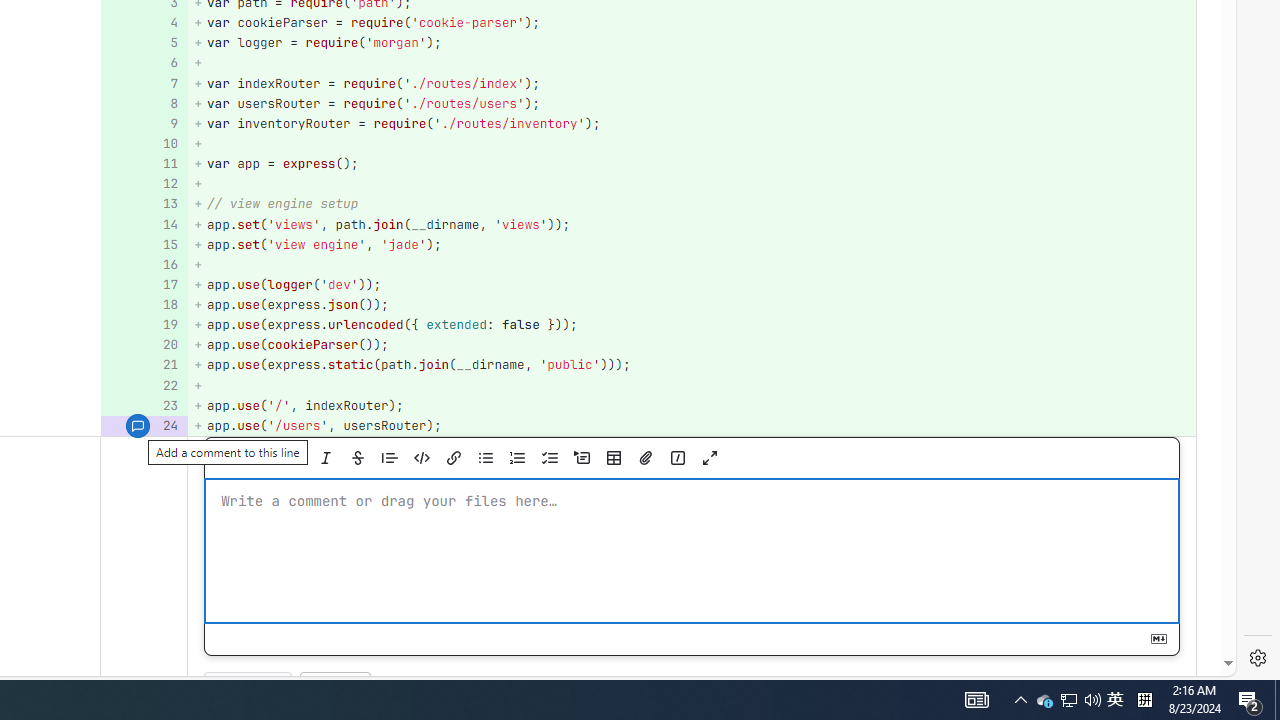 The image size is (1280, 720). I want to click on '11', so click(141, 163).